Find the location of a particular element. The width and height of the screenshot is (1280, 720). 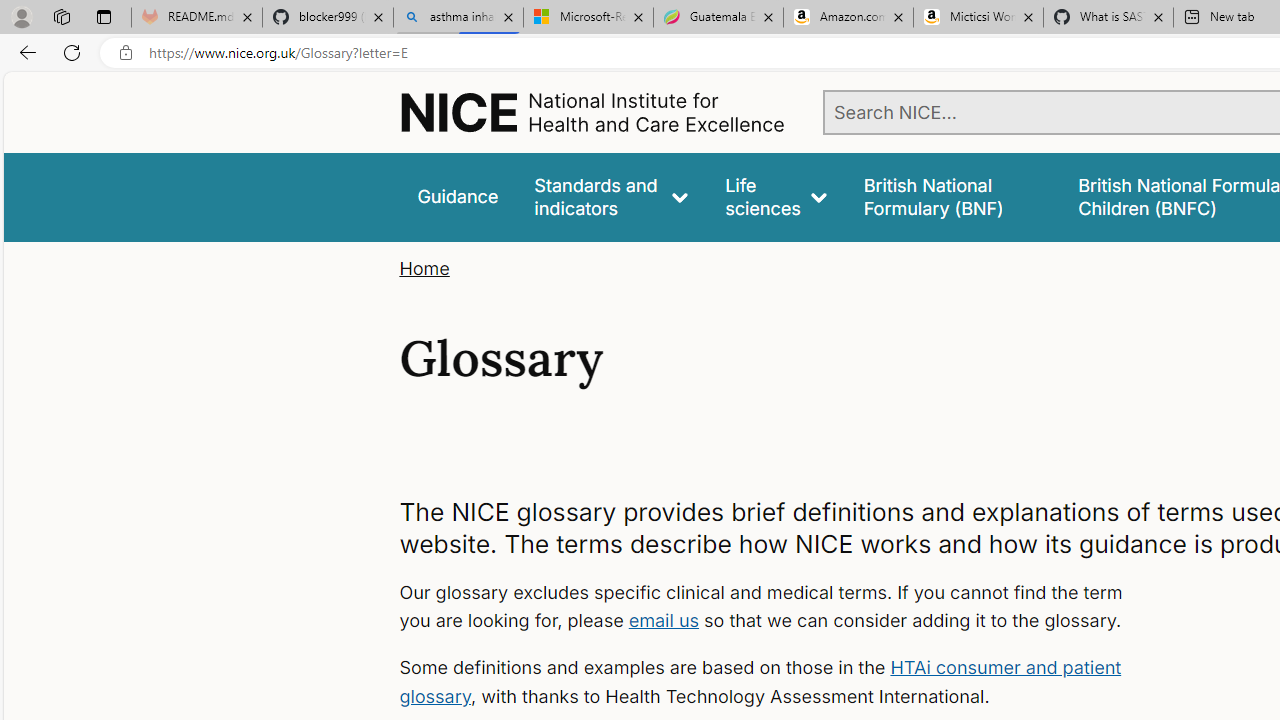

'Refresh' is located at coordinates (72, 51).